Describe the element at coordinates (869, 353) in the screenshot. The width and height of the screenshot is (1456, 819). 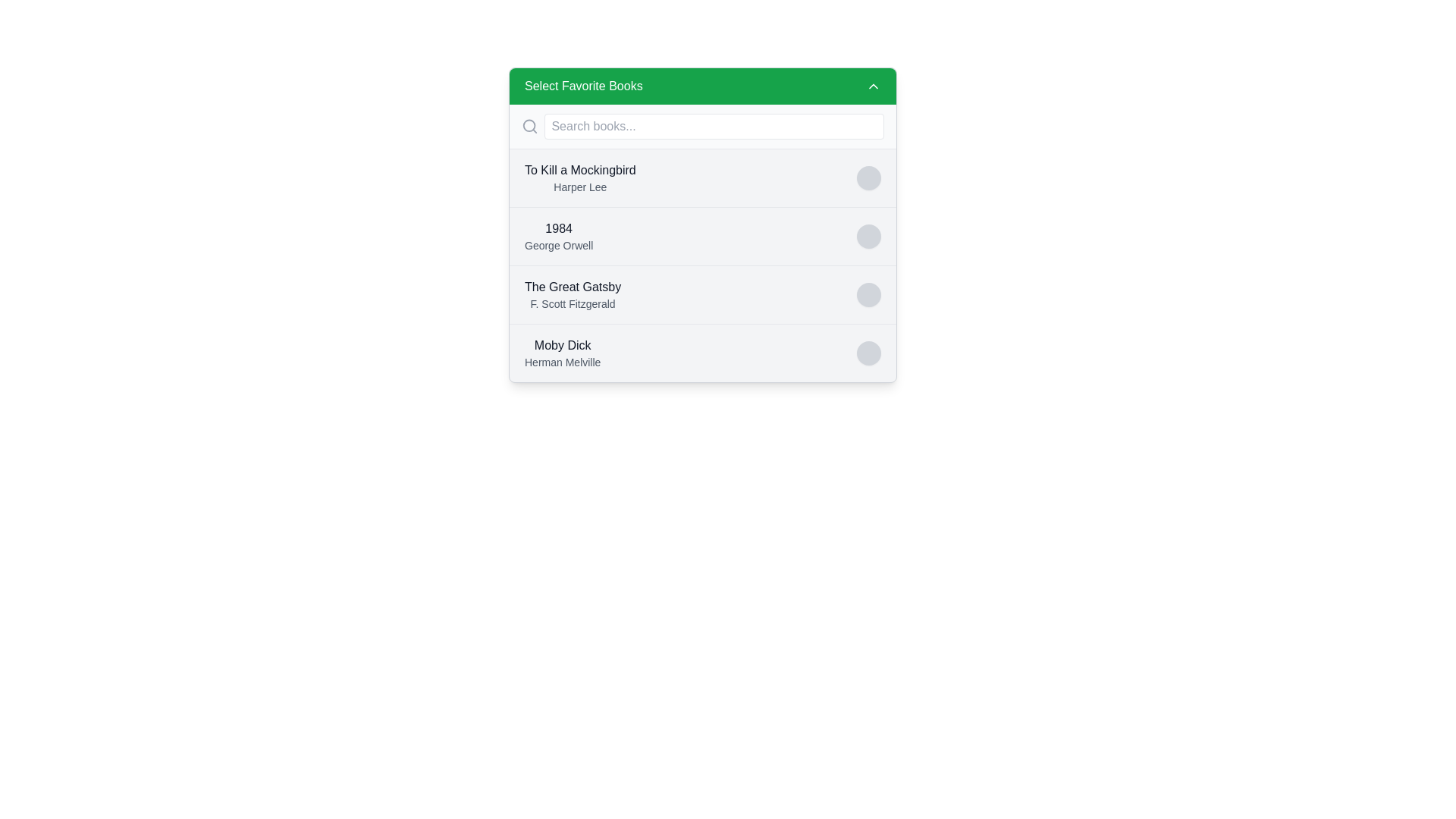
I see `the interactive button for 'Moby Dick' located at the far right of the fourth row` at that location.